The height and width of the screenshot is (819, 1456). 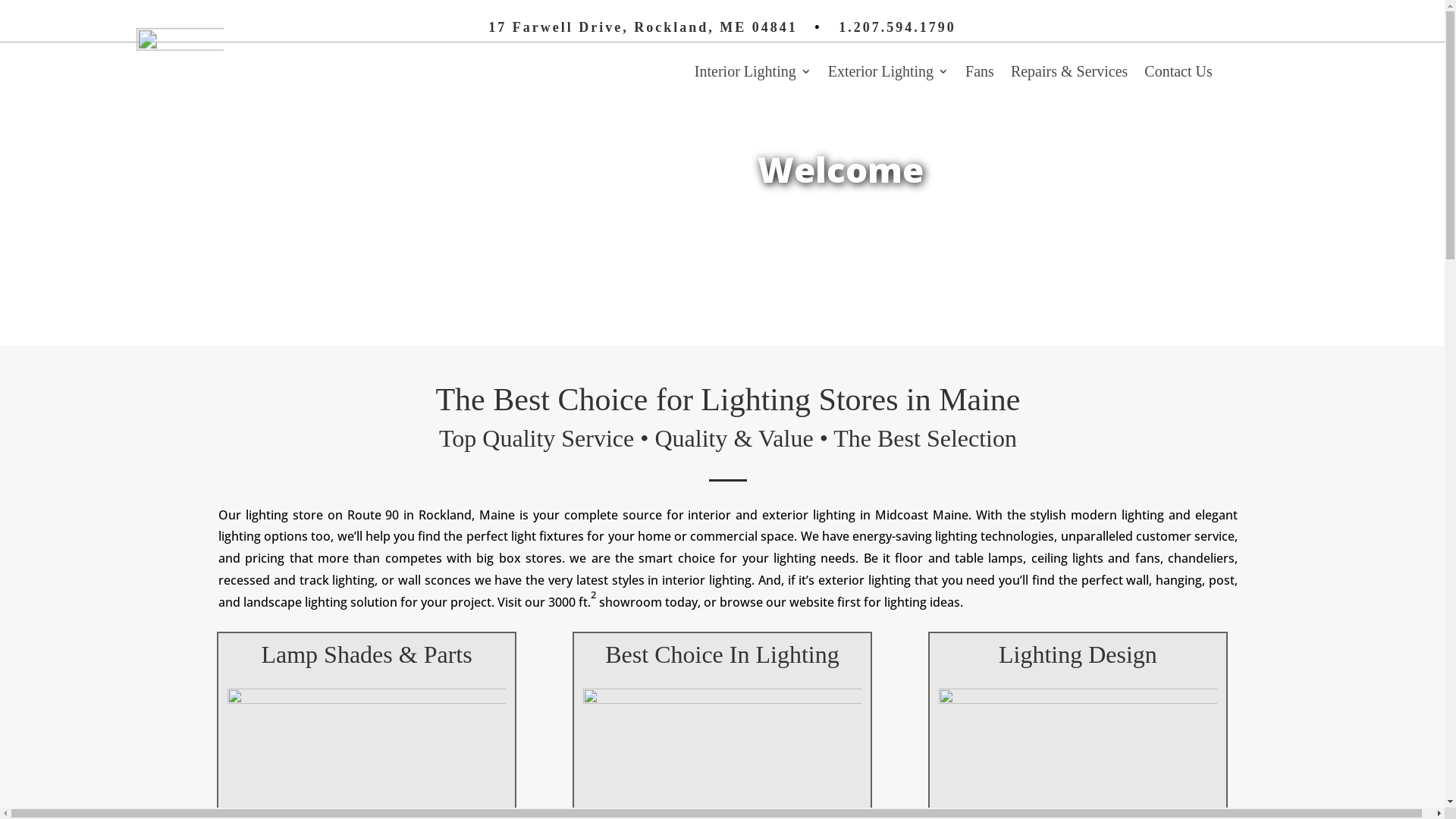 What do you see at coordinates (753, 74) in the screenshot?
I see `'Interior Lighting'` at bounding box center [753, 74].